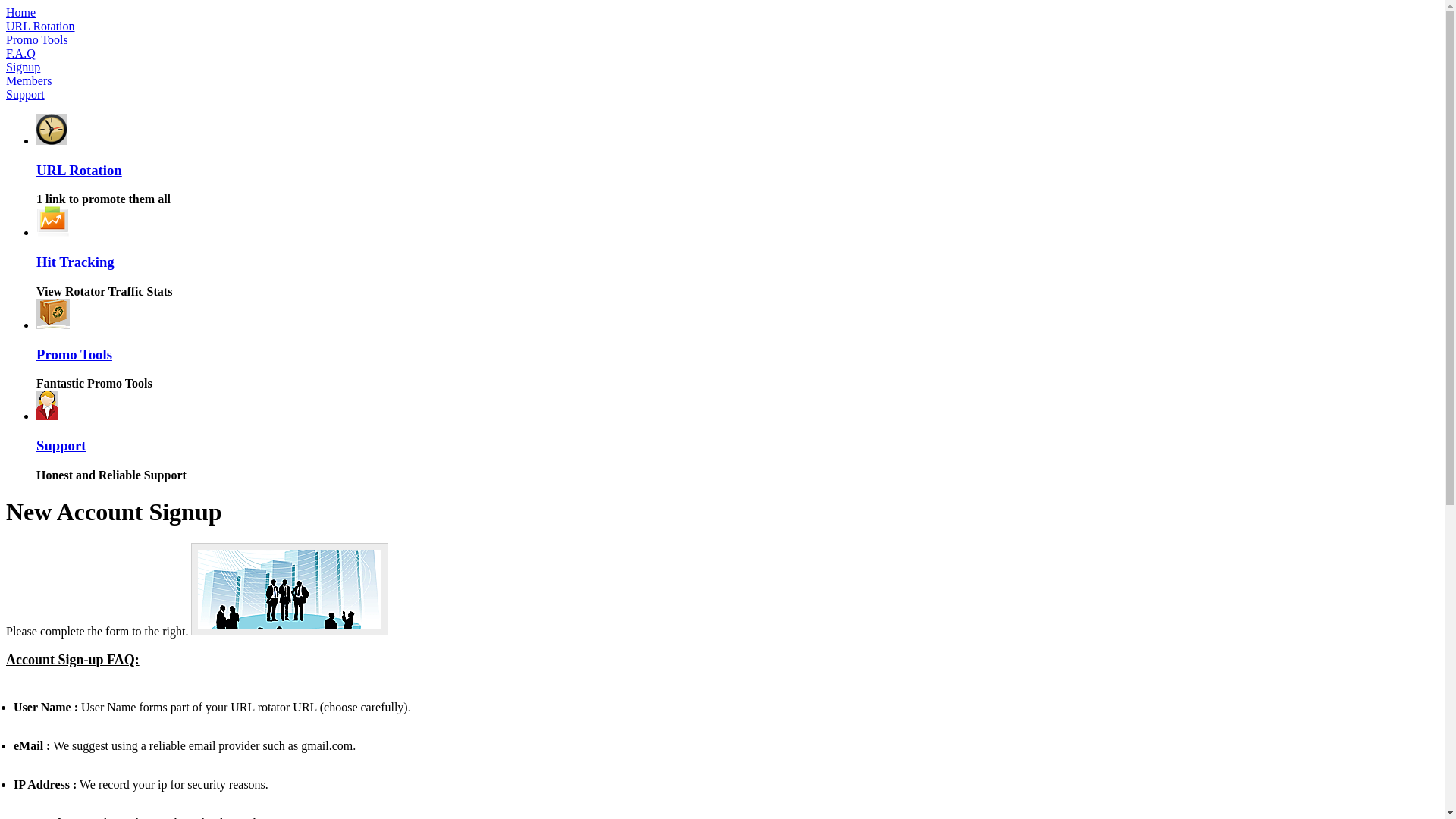  What do you see at coordinates (78, 170) in the screenshot?
I see `'URL Rotation'` at bounding box center [78, 170].